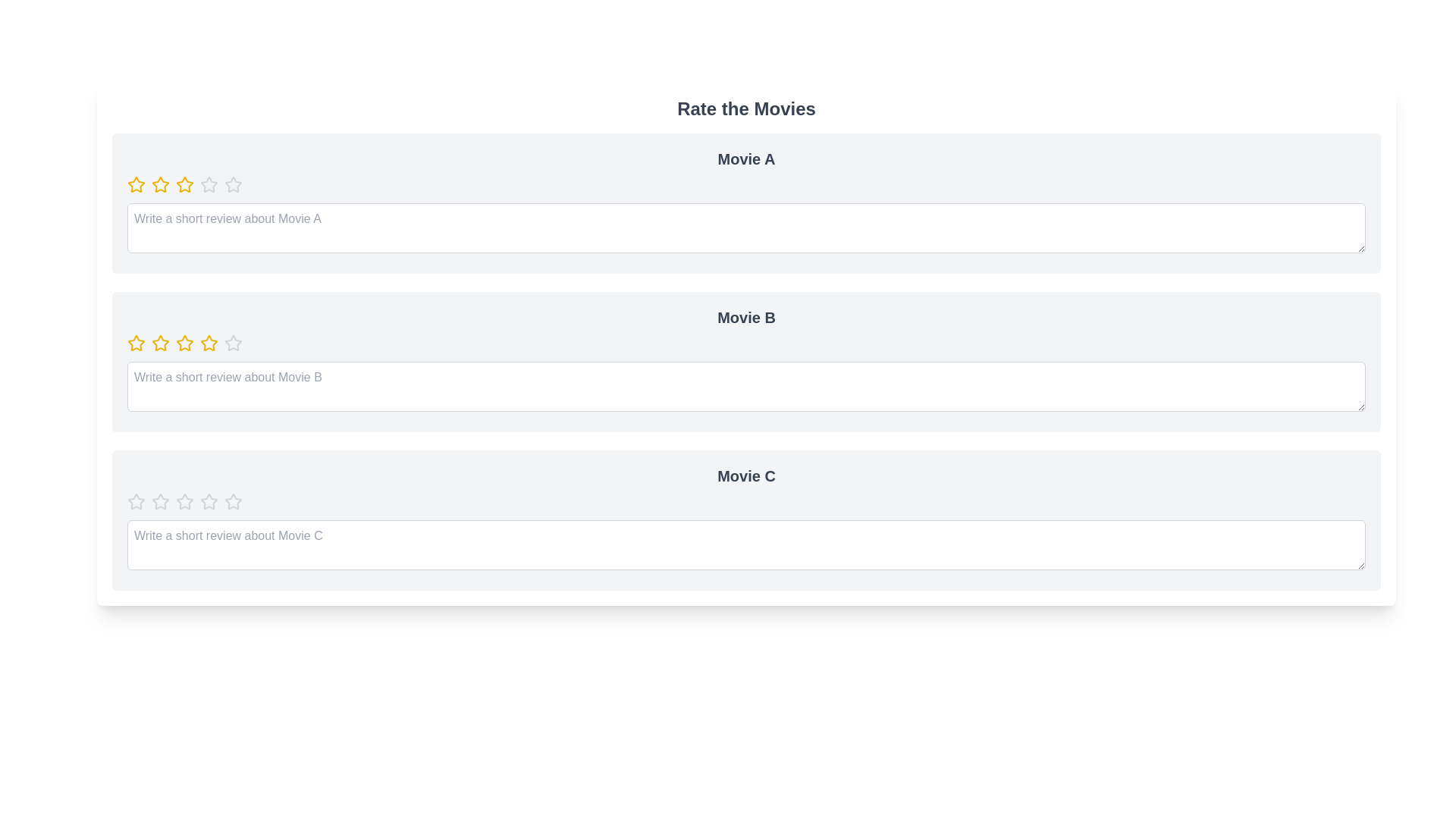  What do you see at coordinates (184, 184) in the screenshot?
I see `the rating of a movie to 3 stars` at bounding box center [184, 184].